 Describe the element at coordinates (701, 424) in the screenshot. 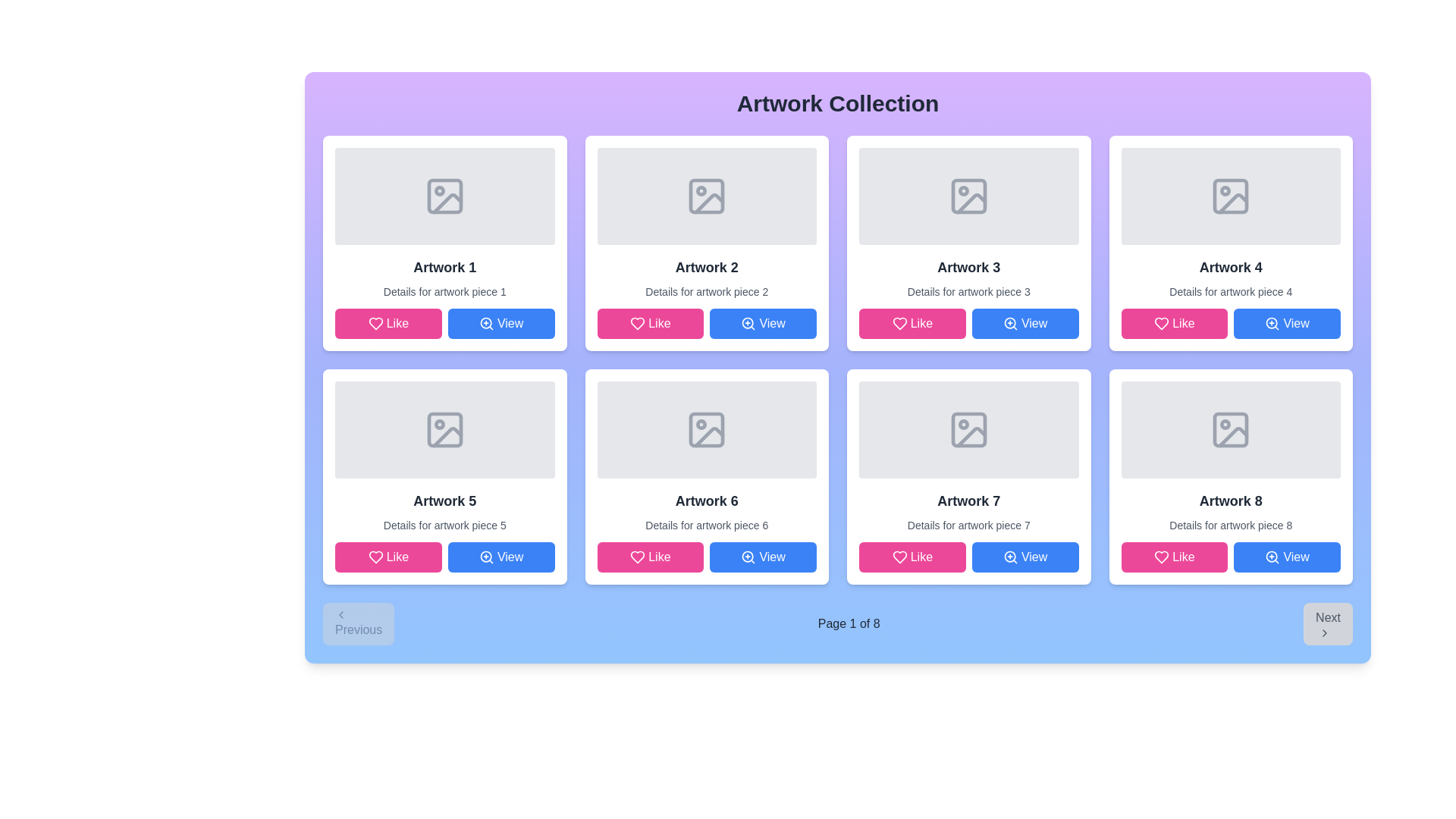

I see `the small circular icon located in the sixth image placeholder of the second row in the grid layout` at that location.